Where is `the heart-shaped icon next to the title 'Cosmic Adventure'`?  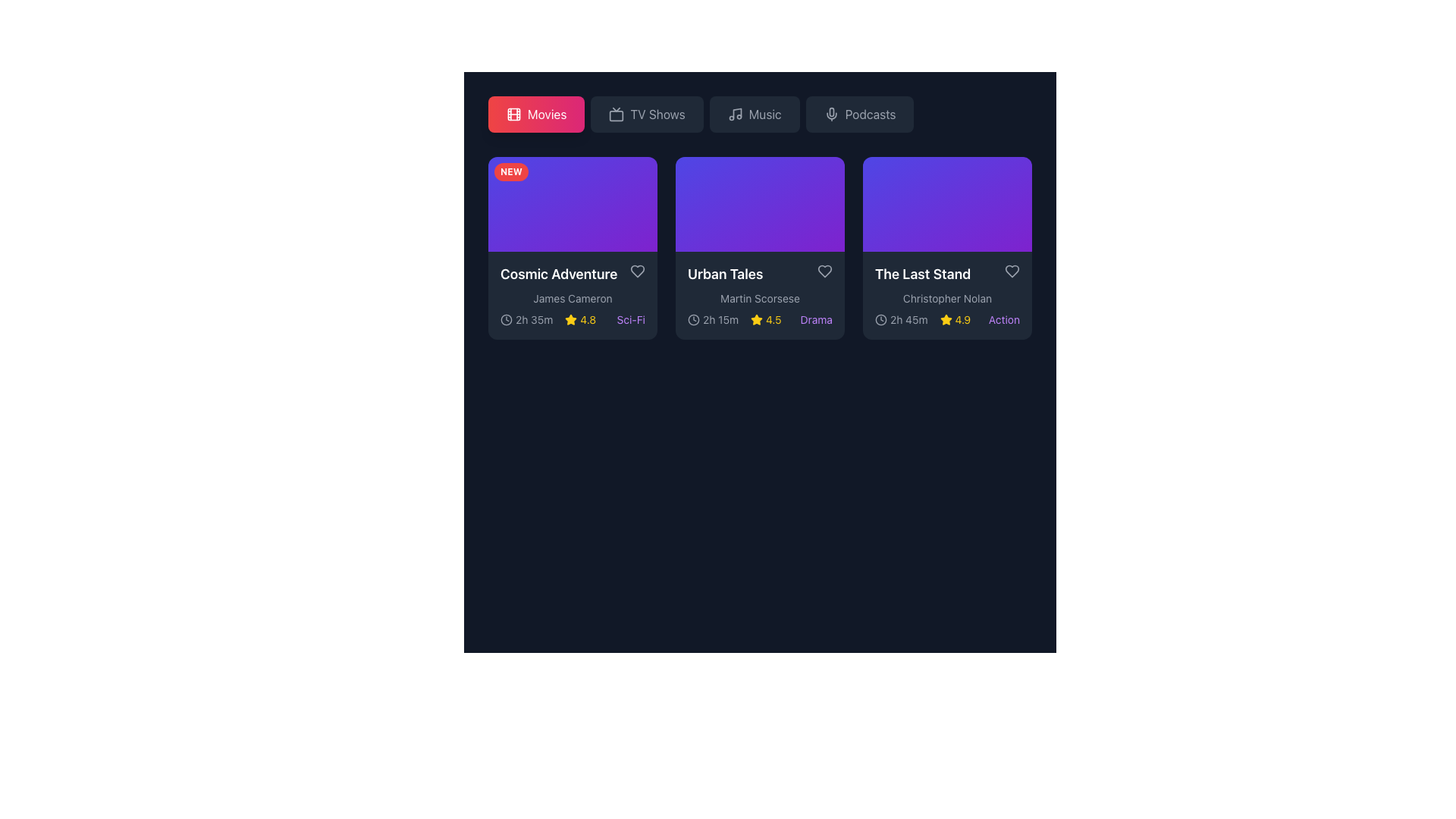
the heart-shaped icon next to the title 'Cosmic Adventure' is located at coordinates (637, 271).